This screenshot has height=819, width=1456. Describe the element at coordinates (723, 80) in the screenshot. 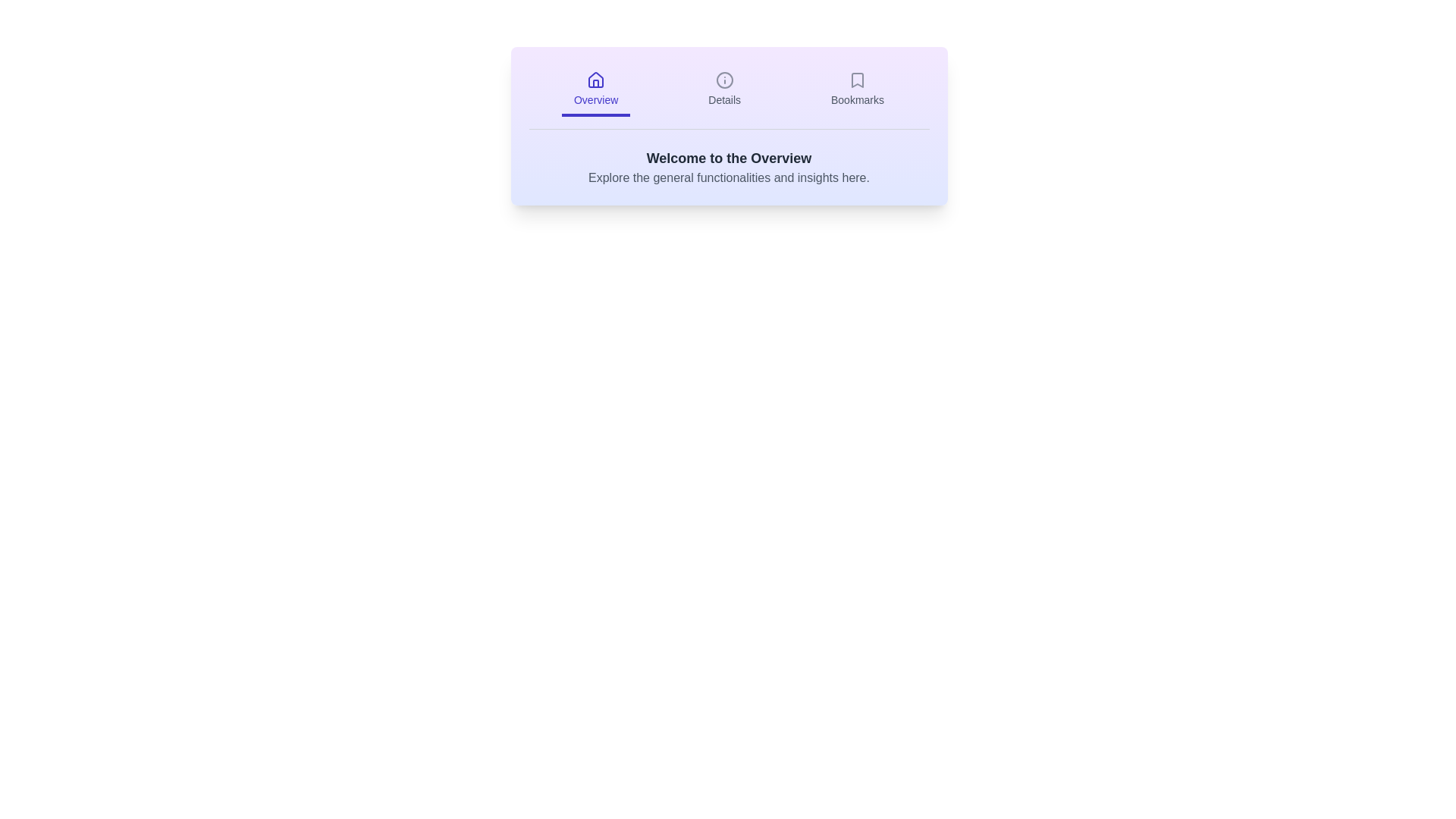

I see `the medium-sized gray outlined circle that serves as the background for an information icon located in the middle of the navigation bar, positioned between the 'Overview' and 'Bookmarks' icons` at that location.